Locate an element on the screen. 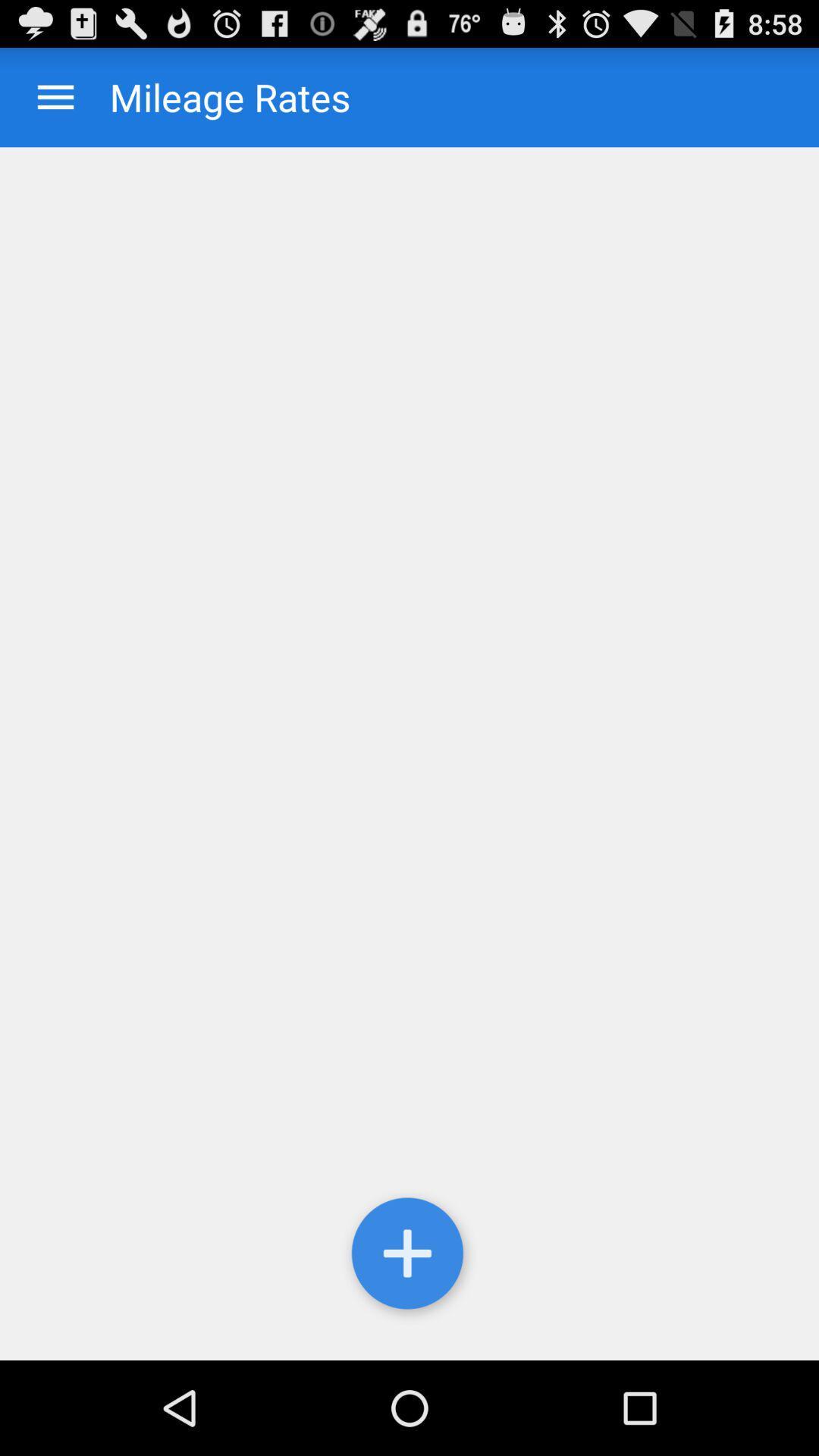  menu button bar is located at coordinates (55, 96).